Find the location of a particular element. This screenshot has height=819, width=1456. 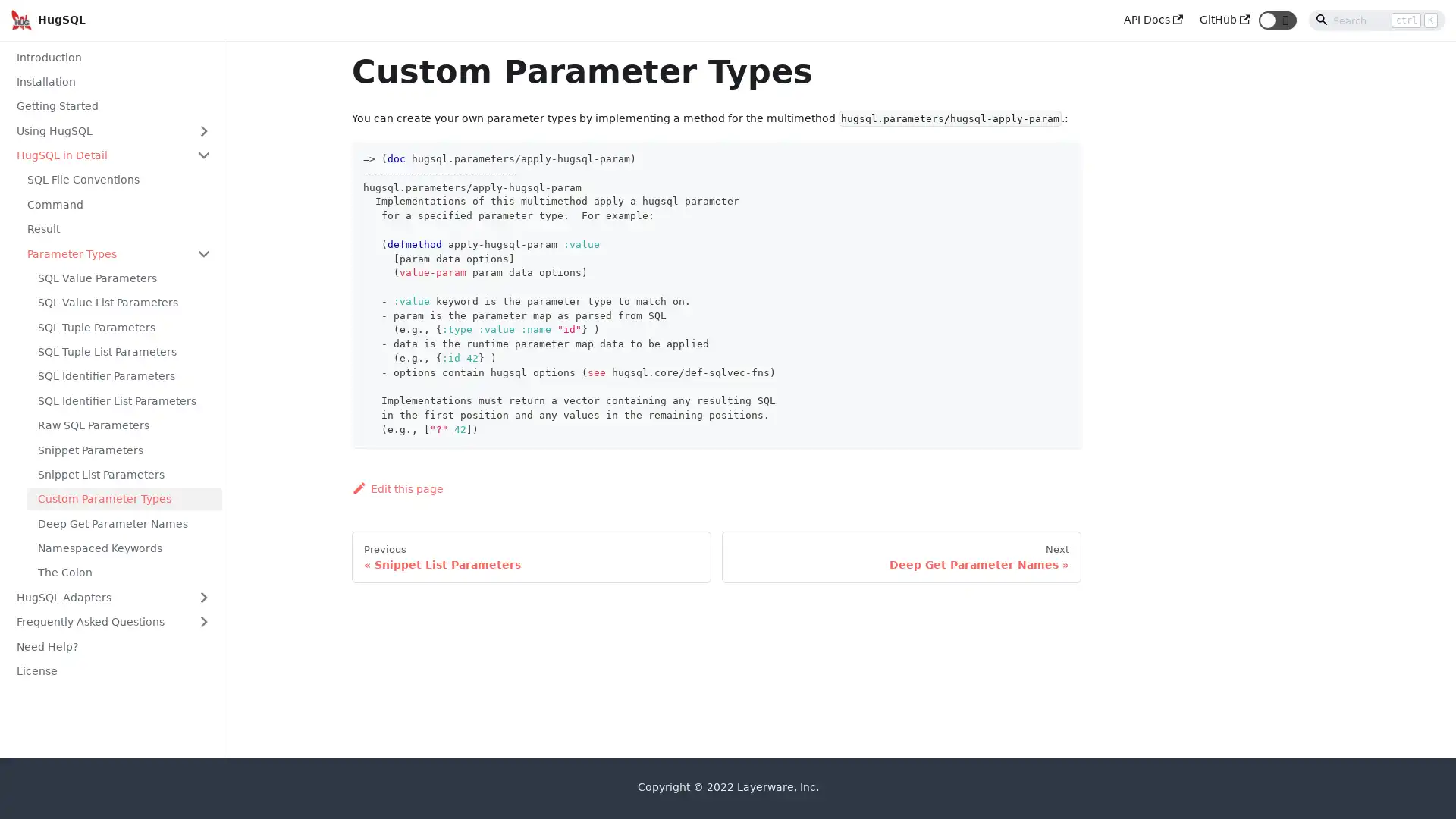

Toggle the collapsible sidebar category 'HugSQL in Detail' is located at coordinates (202, 155).